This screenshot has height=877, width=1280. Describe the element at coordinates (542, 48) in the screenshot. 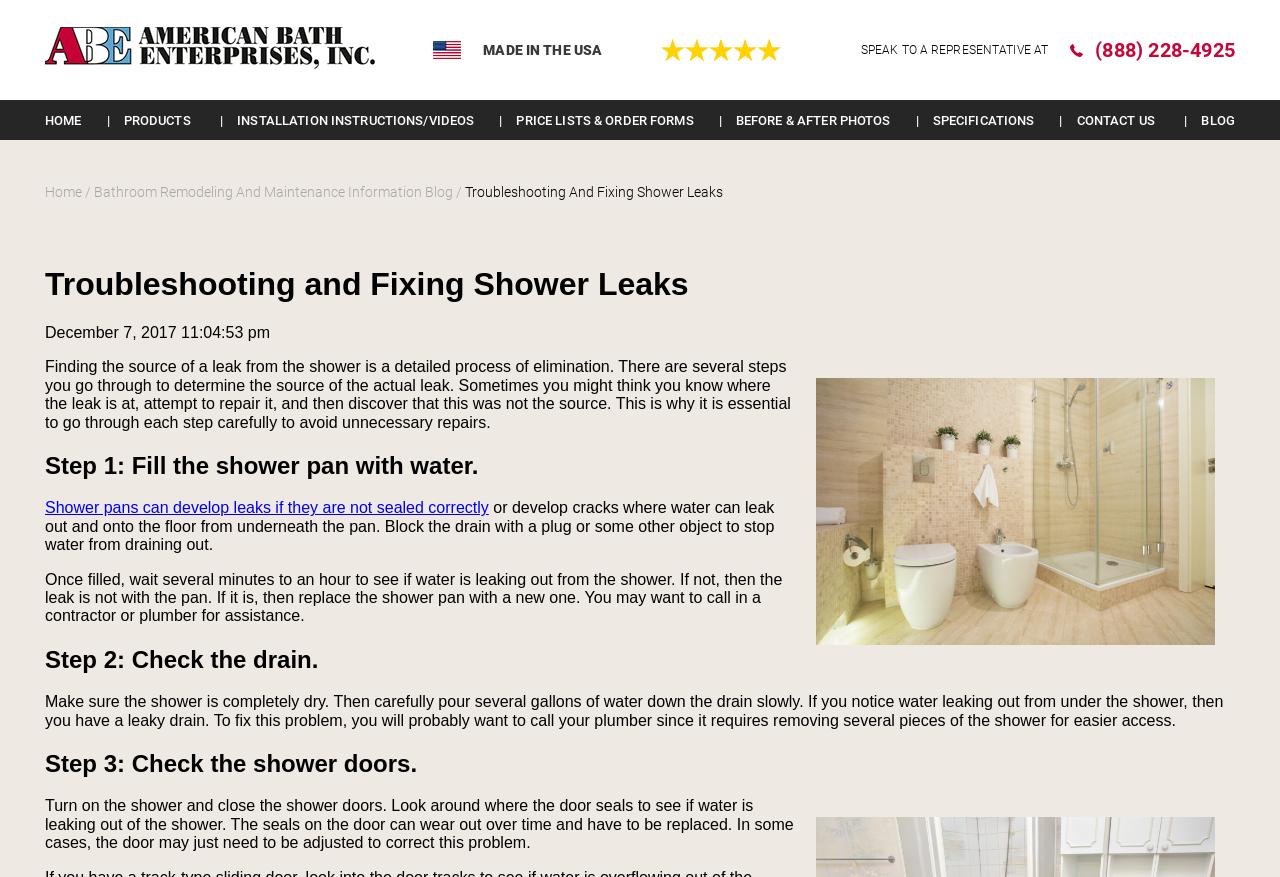

I see `'Made in the USA'` at that location.